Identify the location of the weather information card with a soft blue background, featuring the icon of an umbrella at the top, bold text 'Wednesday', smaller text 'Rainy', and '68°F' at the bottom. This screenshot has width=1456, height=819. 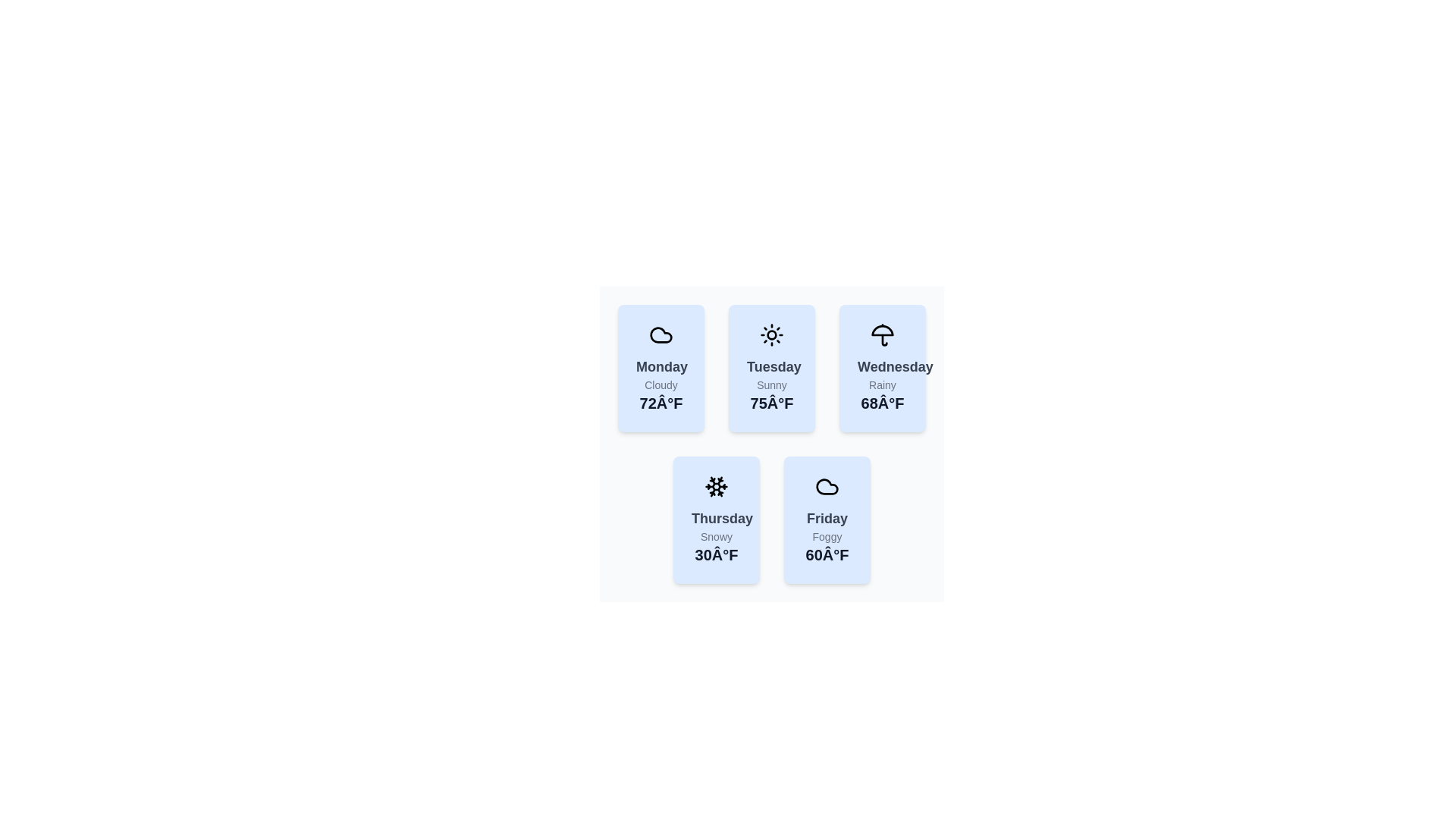
(870, 356).